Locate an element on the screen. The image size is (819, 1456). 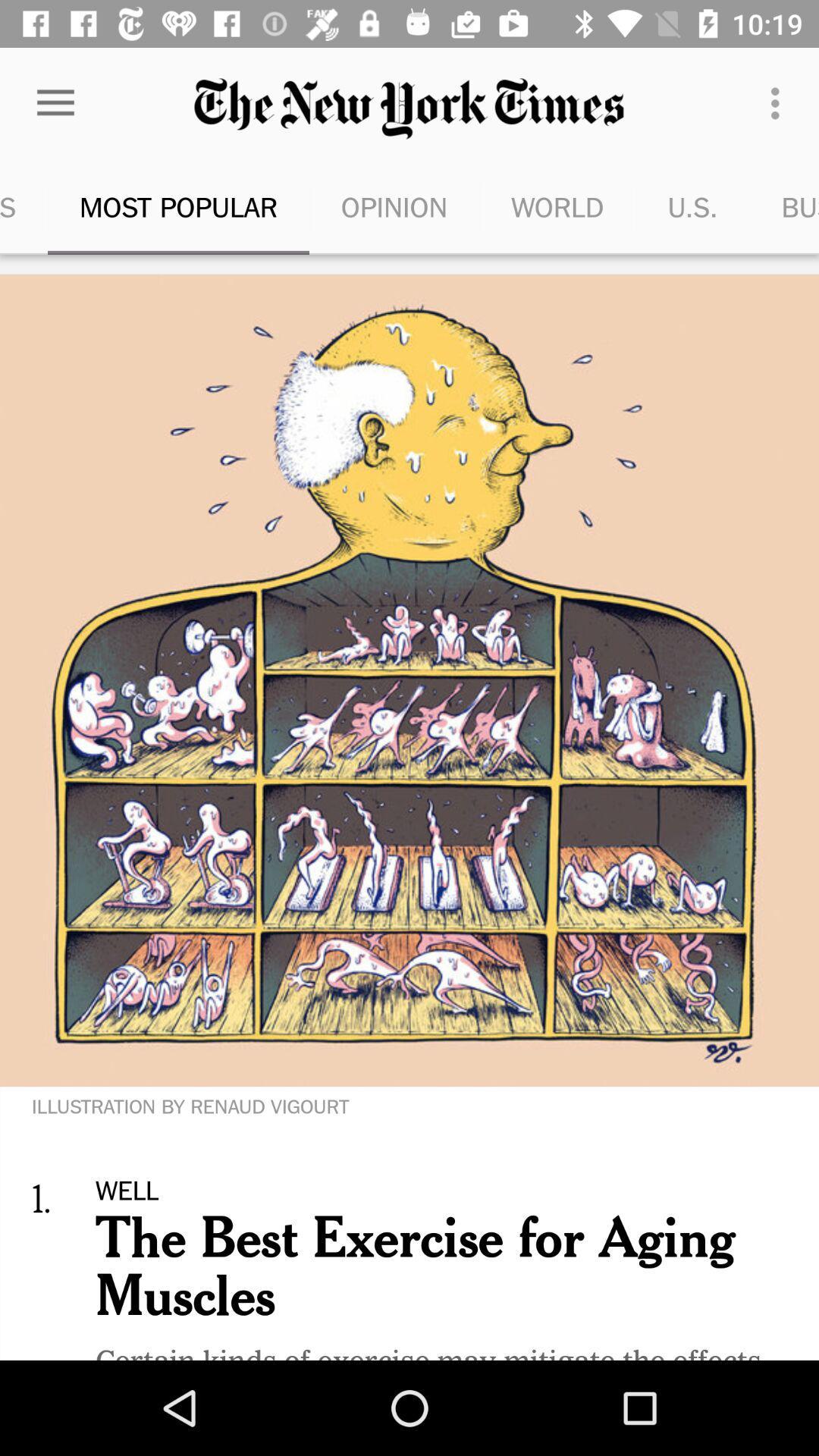
opinion option is located at coordinates (394, 206).